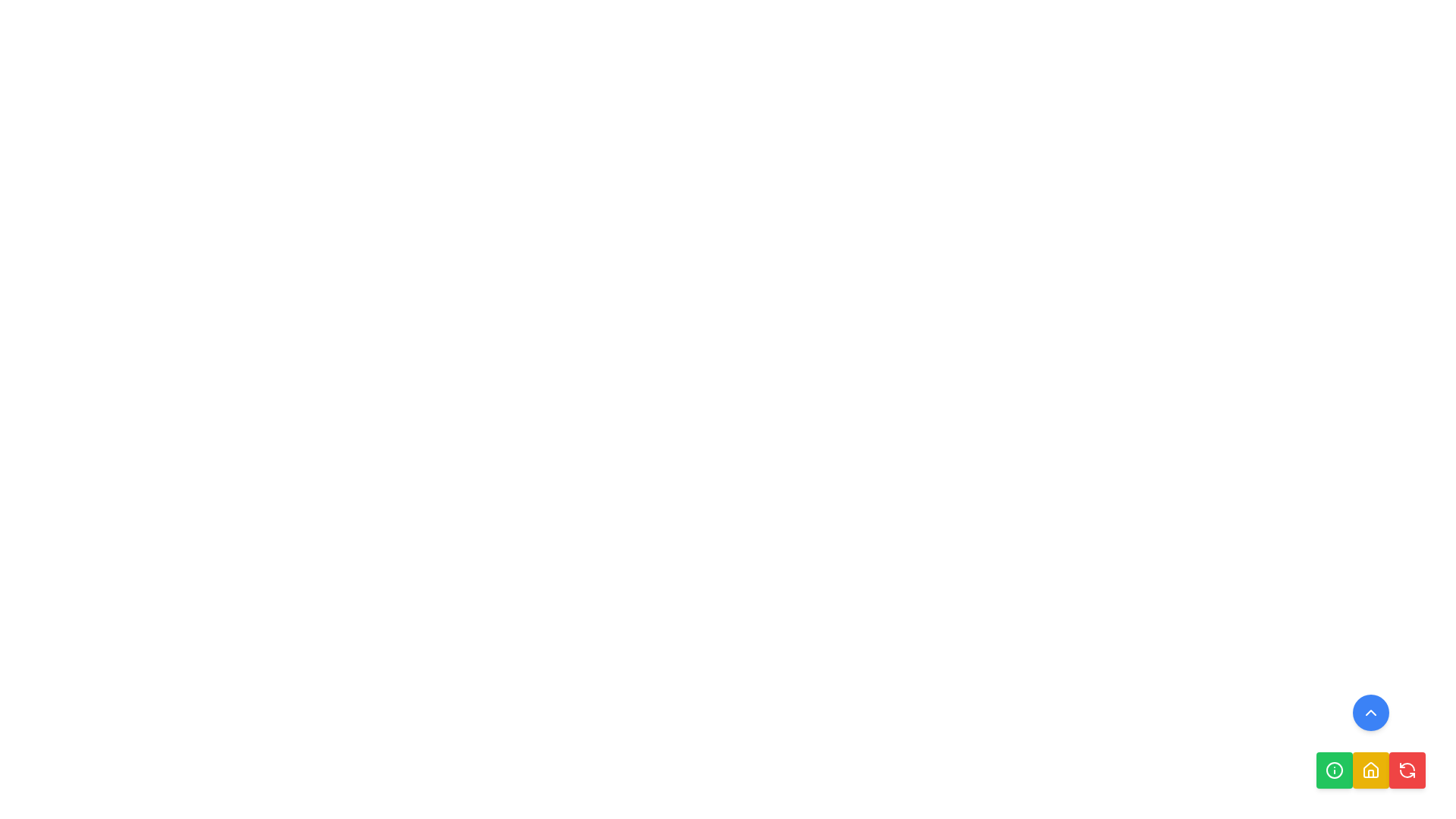  What do you see at coordinates (1407, 773) in the screenshot?
I see `the lower semicircle segment of the refresh icon, which is part of a circular arrow styled in a minimalist design within an SVG` at bounding box center [1407, 773].